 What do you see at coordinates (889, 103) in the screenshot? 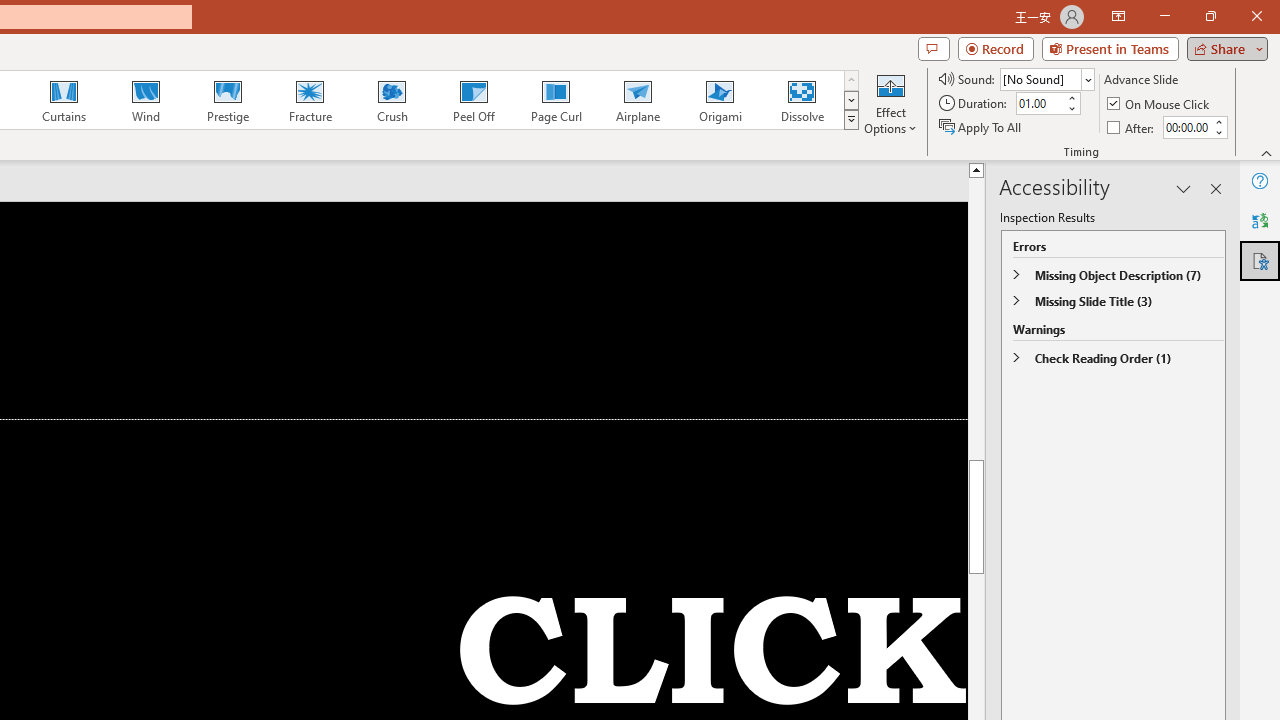
I see `'Effect Options'` at bounding box center [889, 103].